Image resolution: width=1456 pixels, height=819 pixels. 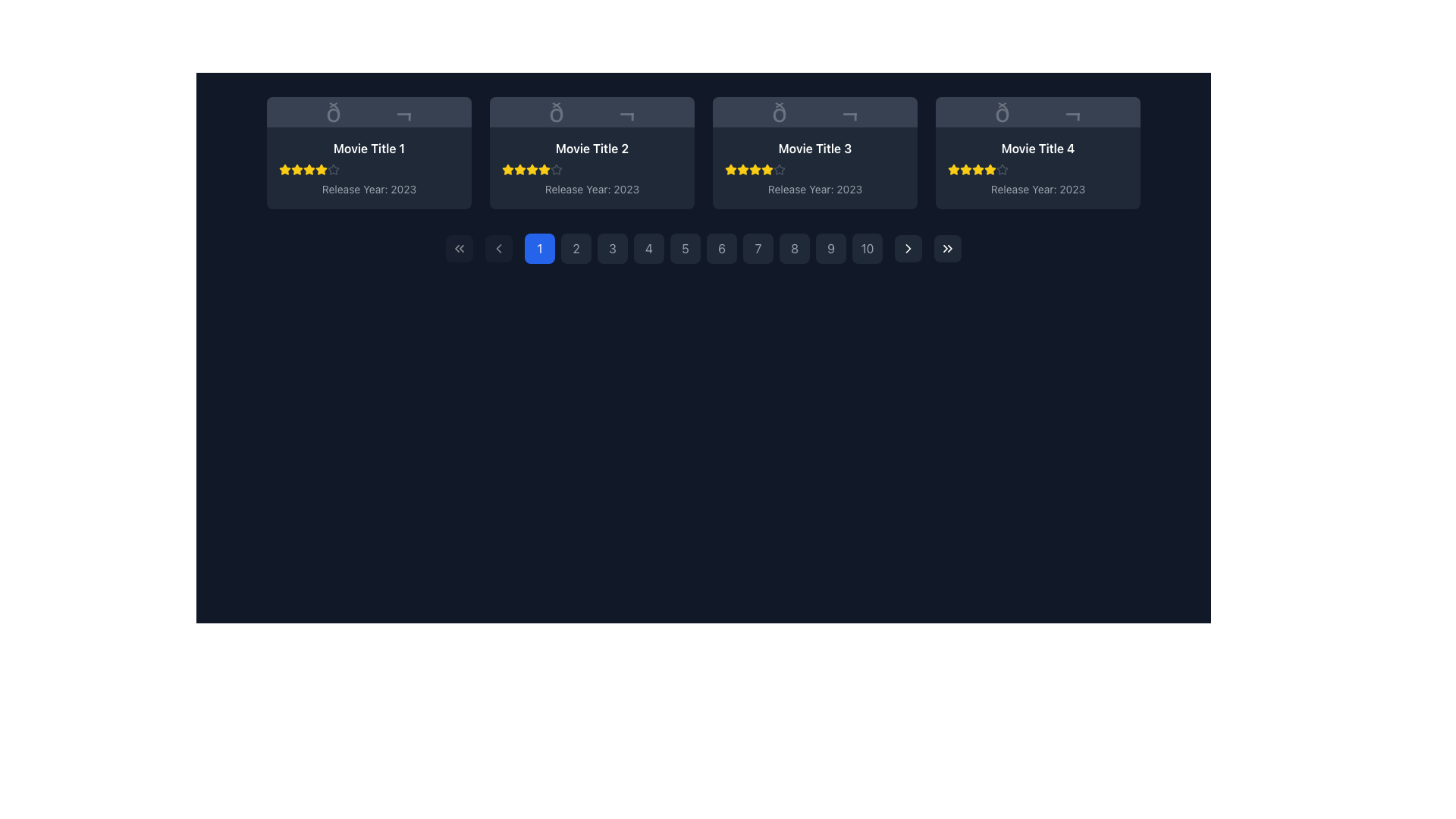 What do you see at coordinates (648, 247) in the screenshot?
I see `the fourth button in a navigation bar, which has a dark gray background and displays the digit '4', to provide visual feedback` at bounding box center [648, 247].